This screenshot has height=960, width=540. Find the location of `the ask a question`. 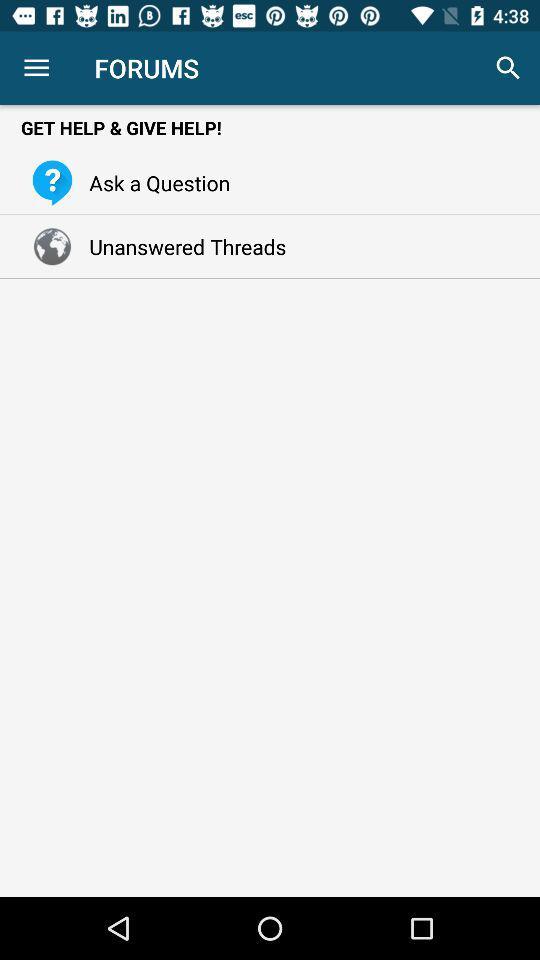

the ask a question is located at coordinates (153, 182).